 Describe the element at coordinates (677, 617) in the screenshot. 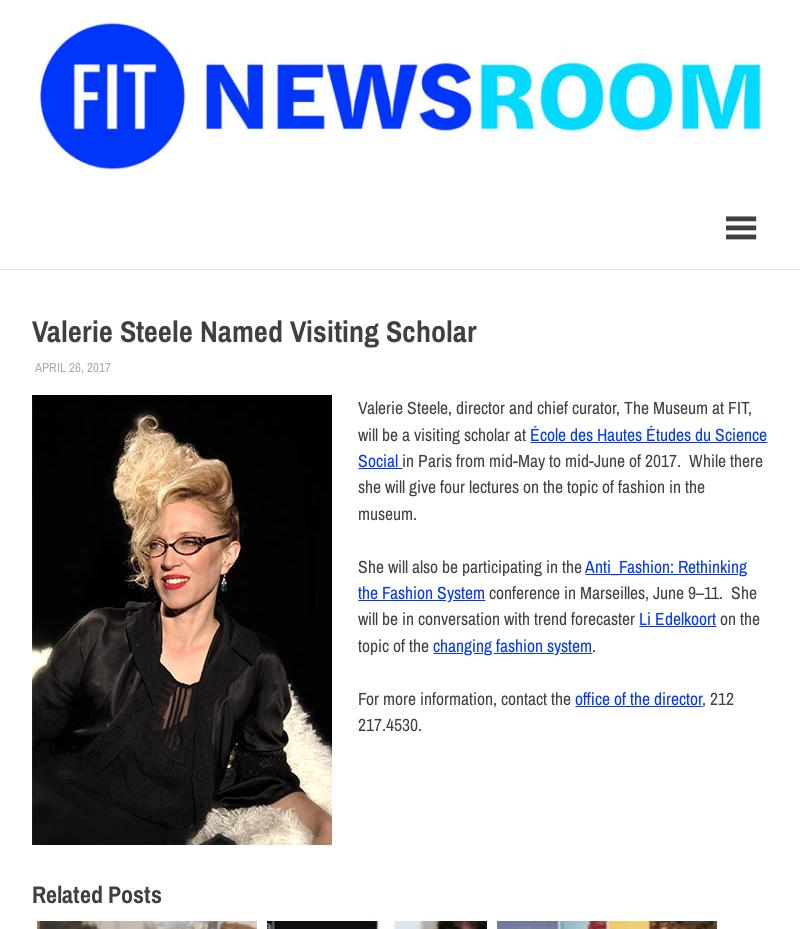

I see `'Li Edelkoort'` at that location.